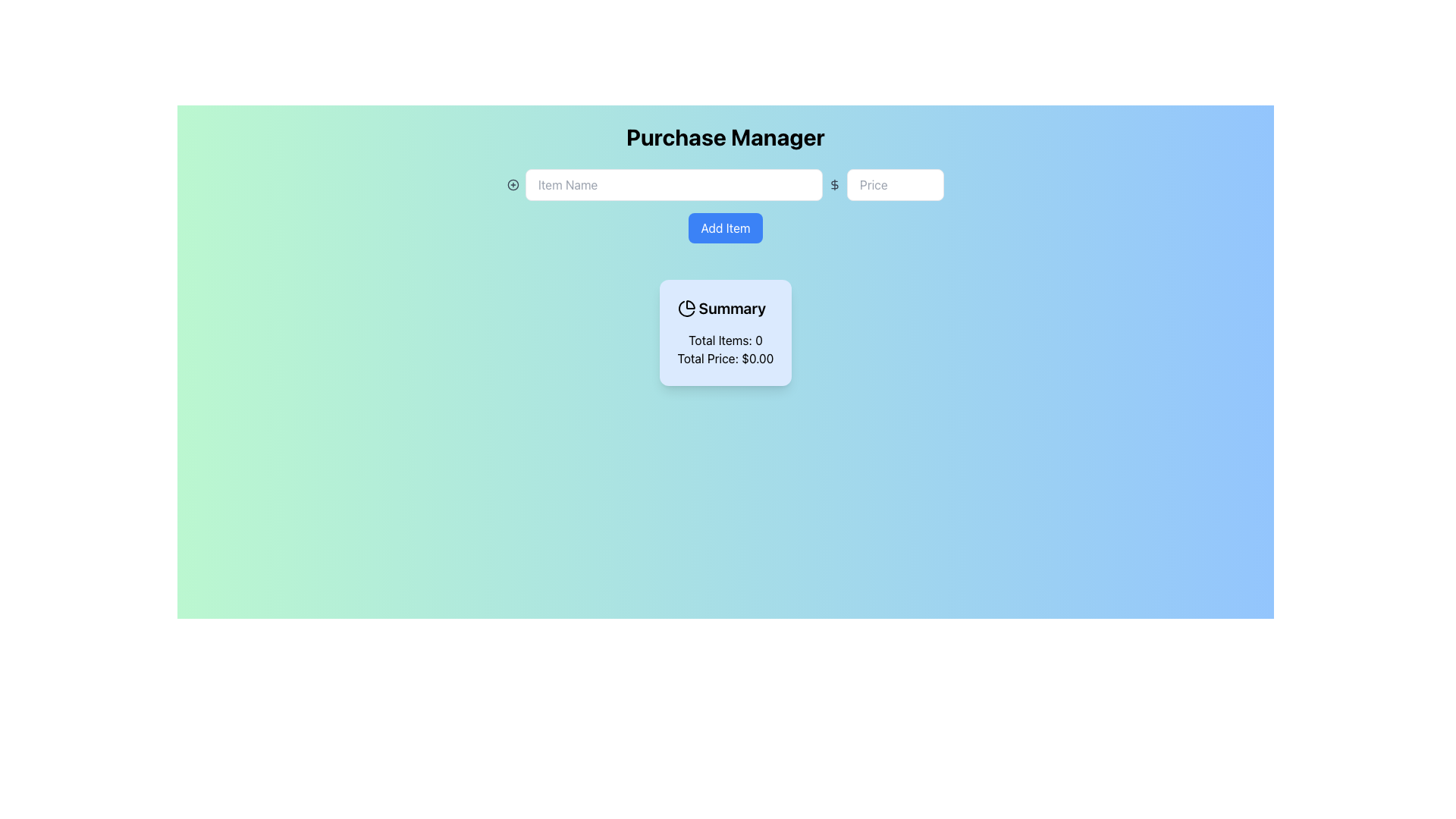 Image resolution: width=1456 pixels, height=819 pixels. I want to click on the Static Text displaying the total price value in the summary section, located below 'Total Items: 0' in the summary card, so click(724, 359).